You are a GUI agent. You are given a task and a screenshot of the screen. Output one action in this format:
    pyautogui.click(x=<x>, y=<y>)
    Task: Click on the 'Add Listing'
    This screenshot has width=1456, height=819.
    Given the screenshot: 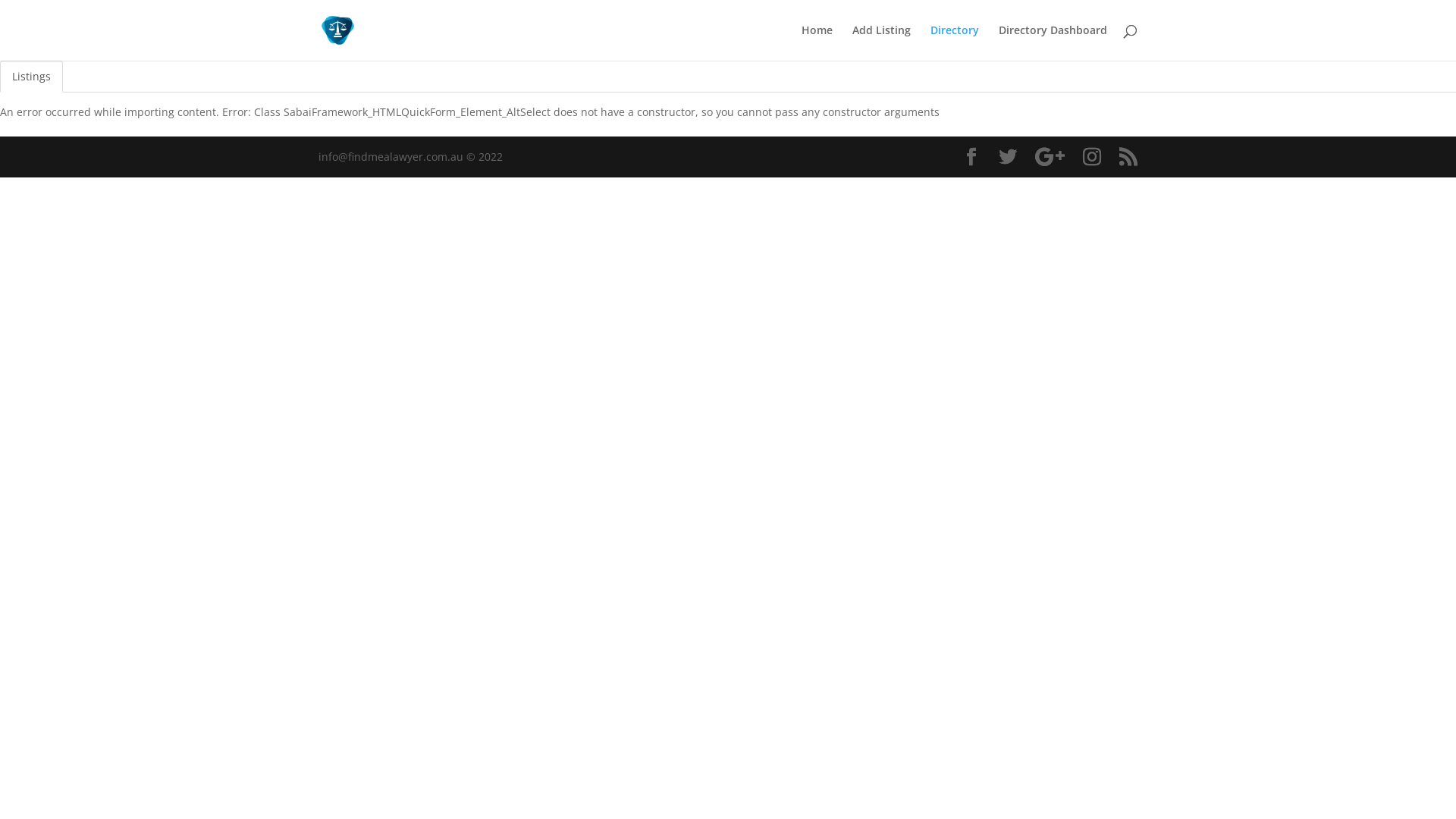 What is the action you would take?
    pyautogui.click(x=881, y=42)
    